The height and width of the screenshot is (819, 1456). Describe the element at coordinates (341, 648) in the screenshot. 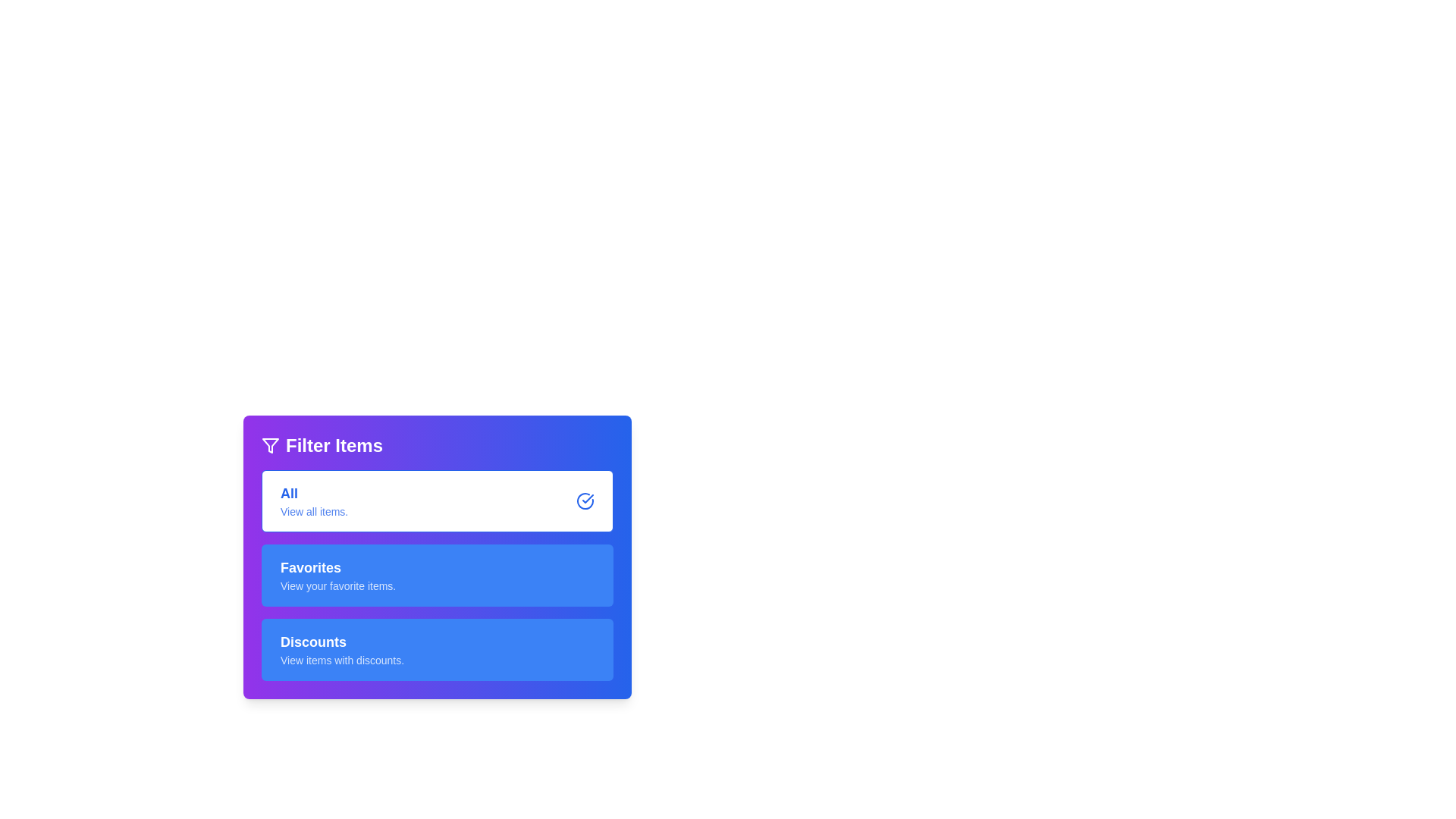

I see `the 'Discounts' button located in the 'Filter Items' panel` at that location.